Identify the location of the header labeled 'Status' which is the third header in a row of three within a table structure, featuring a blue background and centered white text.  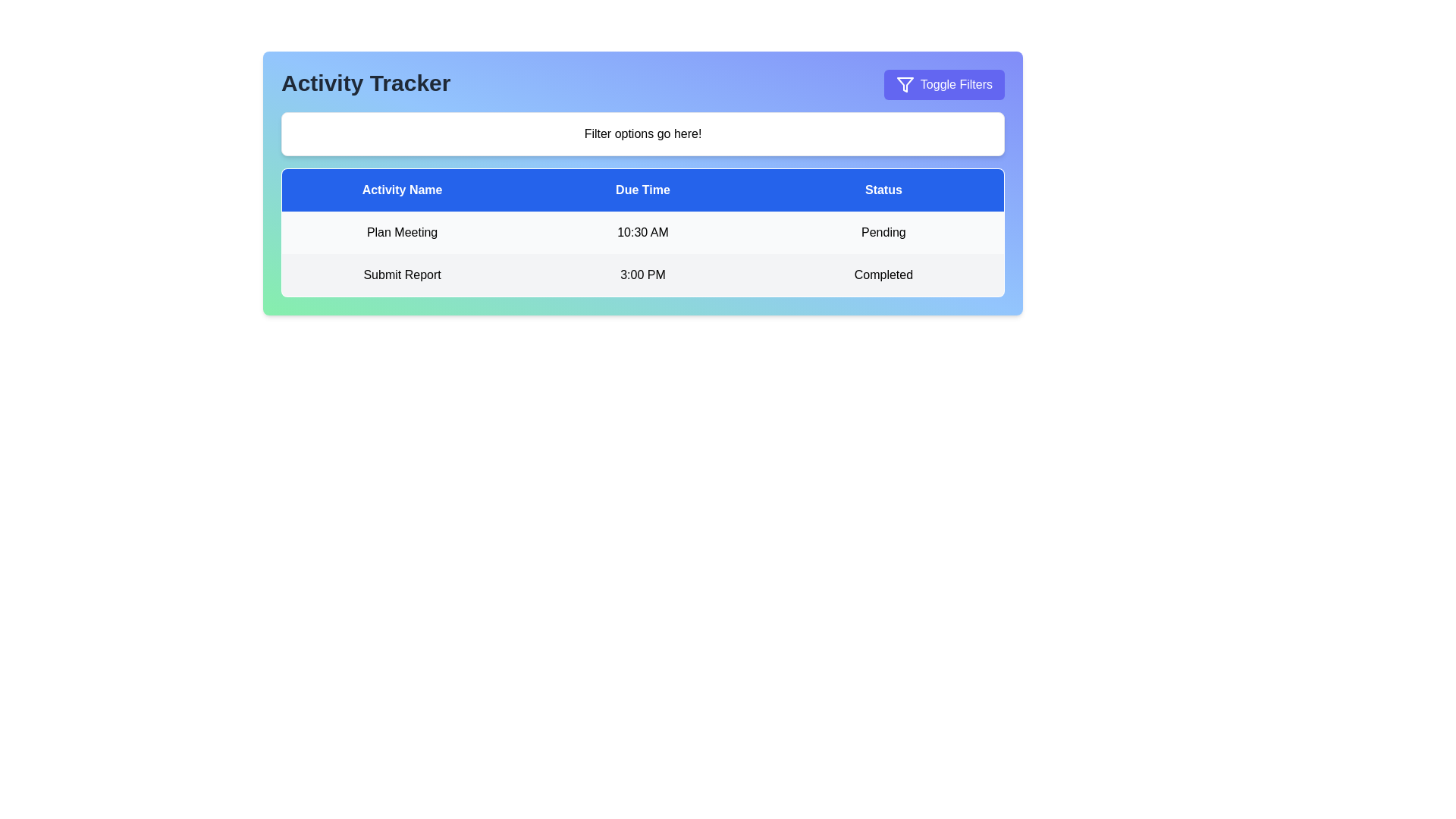
(883, 189).